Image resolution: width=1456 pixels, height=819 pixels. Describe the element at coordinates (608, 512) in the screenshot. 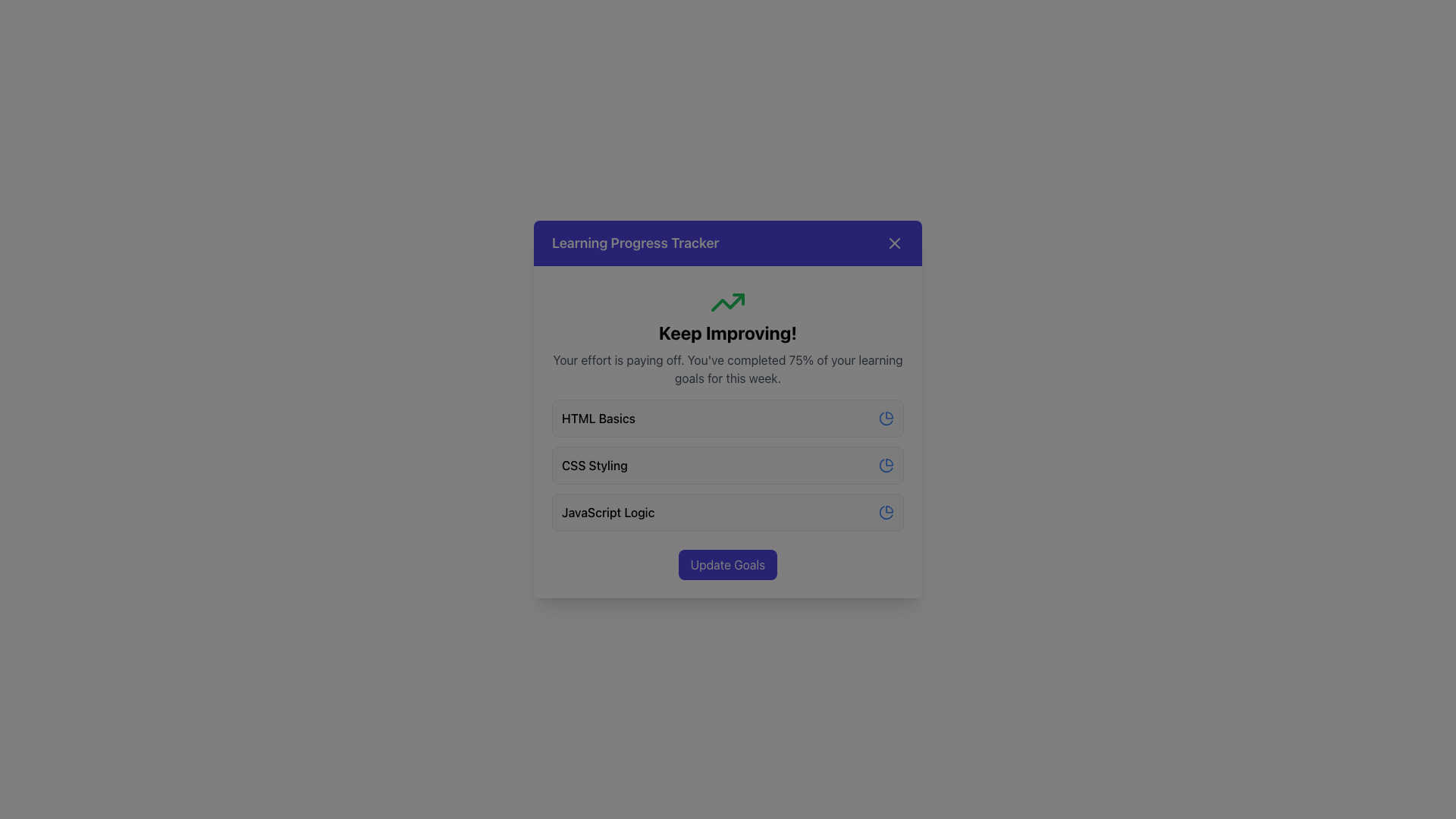

I see `the text label representing a course or topic related to JavaScript logic, which is the third item in a vertically stacked list and aligned with 'CSS Styling' above` at that location.